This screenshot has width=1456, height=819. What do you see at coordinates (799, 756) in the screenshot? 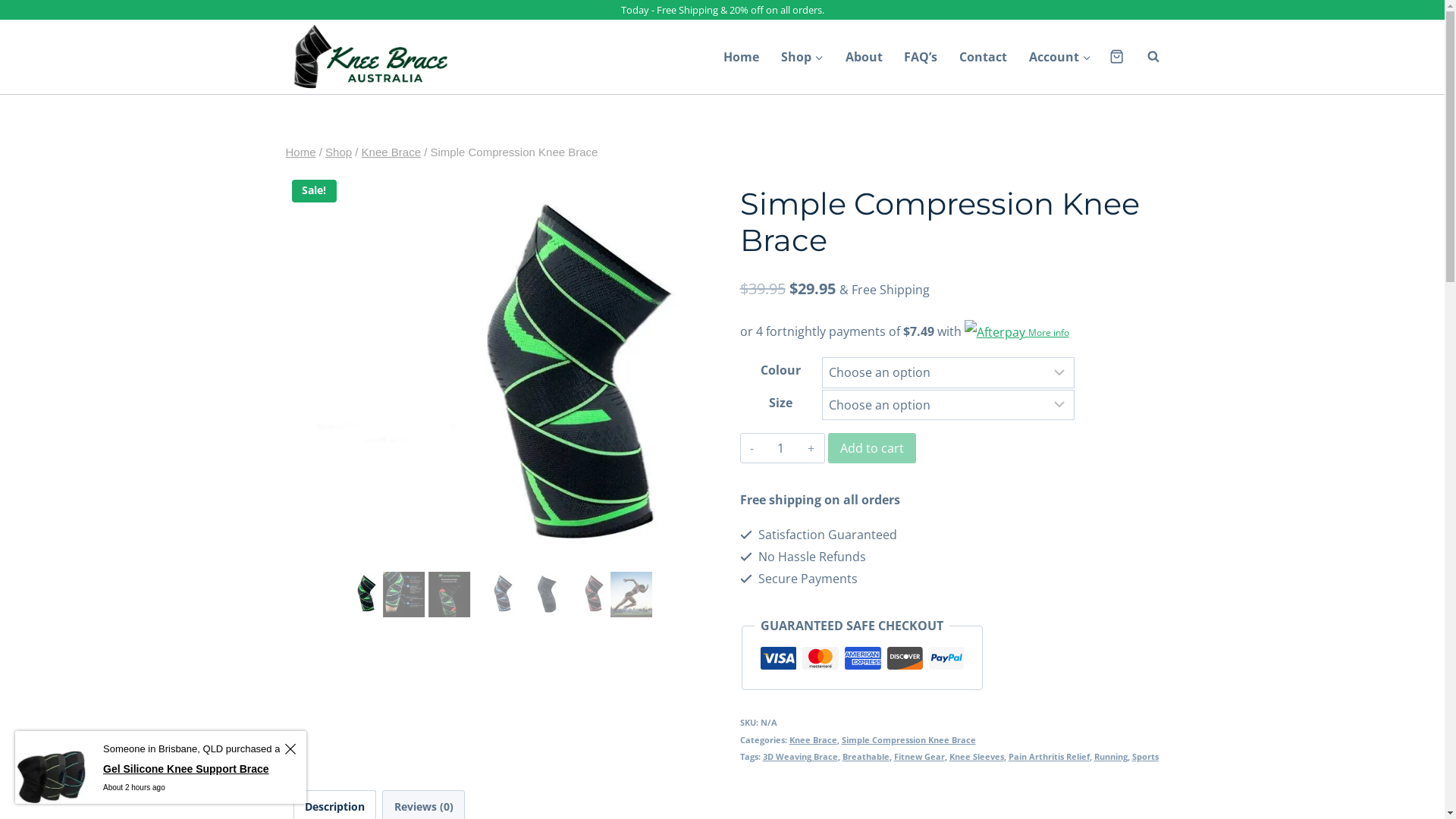
I see `'3D Weaving Brace'` at bounding box center [799, 756].